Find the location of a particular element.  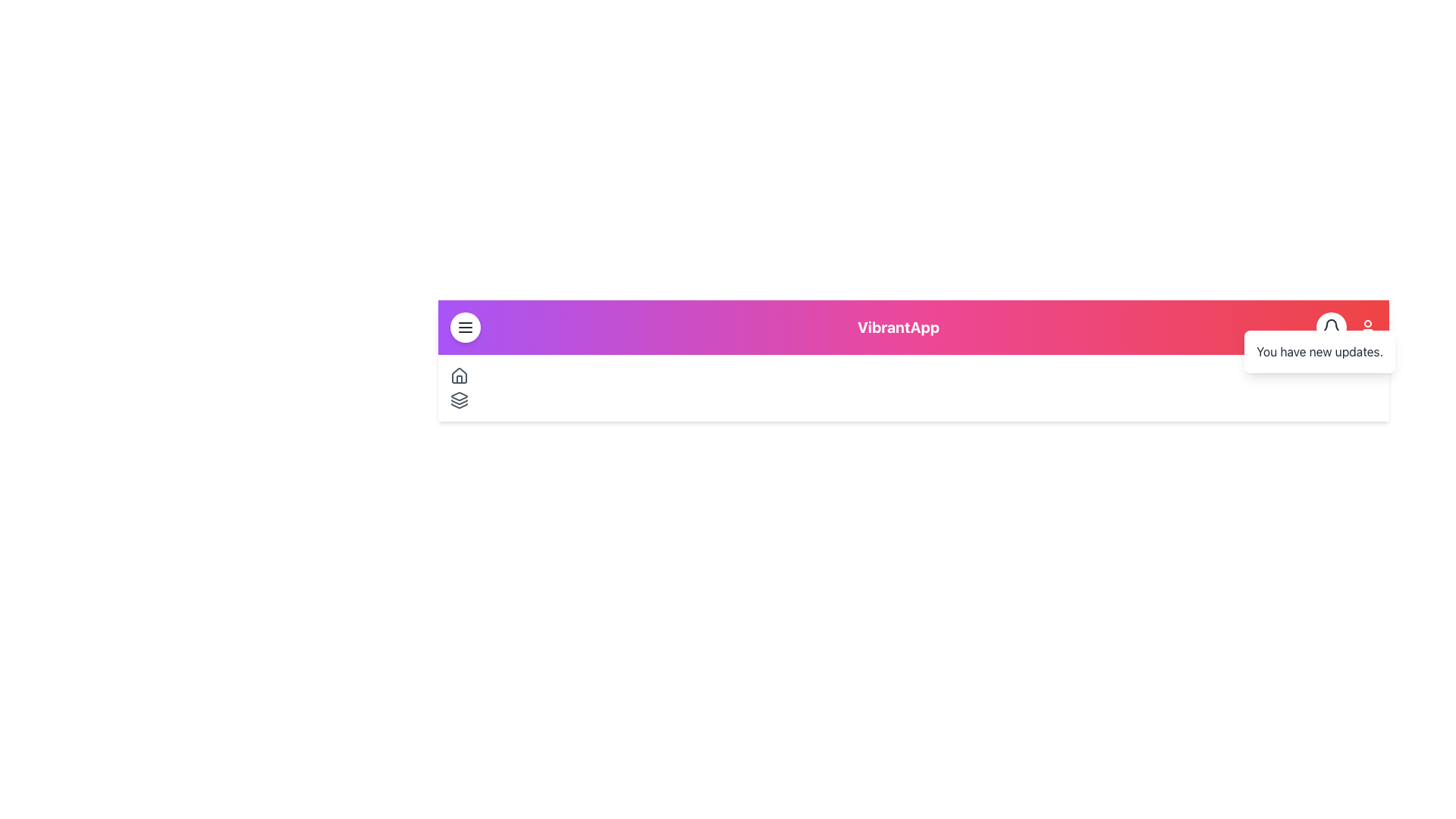

the small user profile icon, which is represented by an outlined figure of a person within a red circular background, located in the top-right corner of the interface is located at coordinates (1368, 327).